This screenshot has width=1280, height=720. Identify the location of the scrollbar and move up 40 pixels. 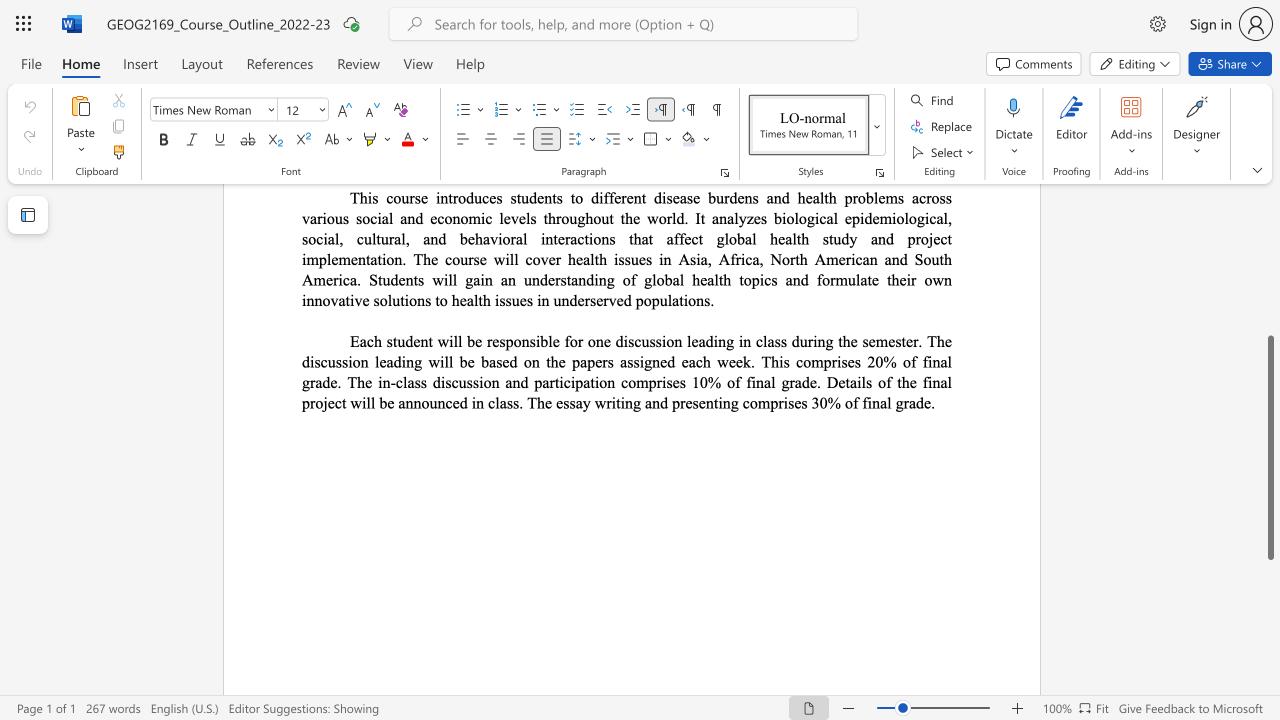
(1269, 447).